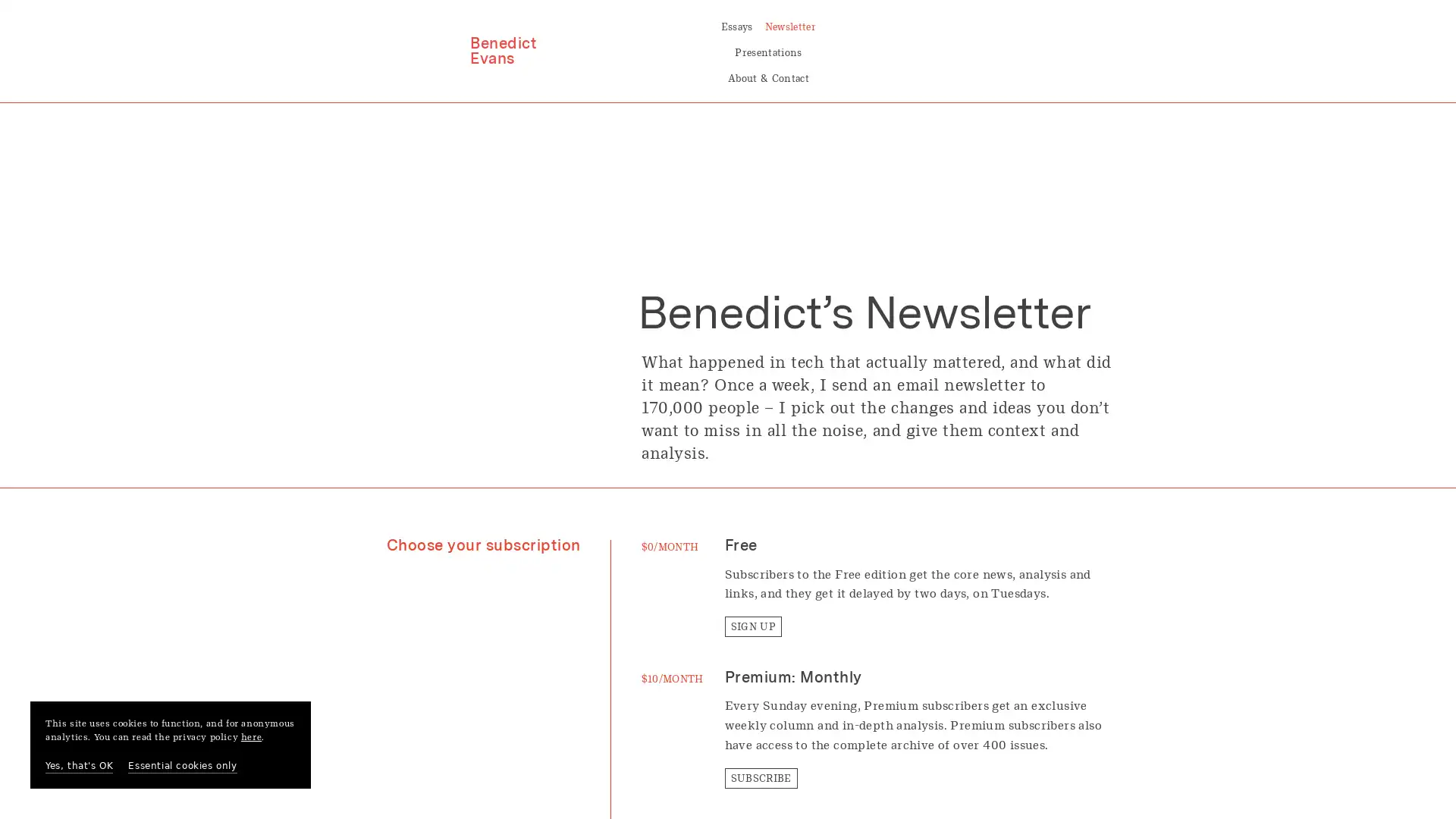 This screenshot has width=1456, height=819. I want to click on SIGN UP, so click(752, 576).